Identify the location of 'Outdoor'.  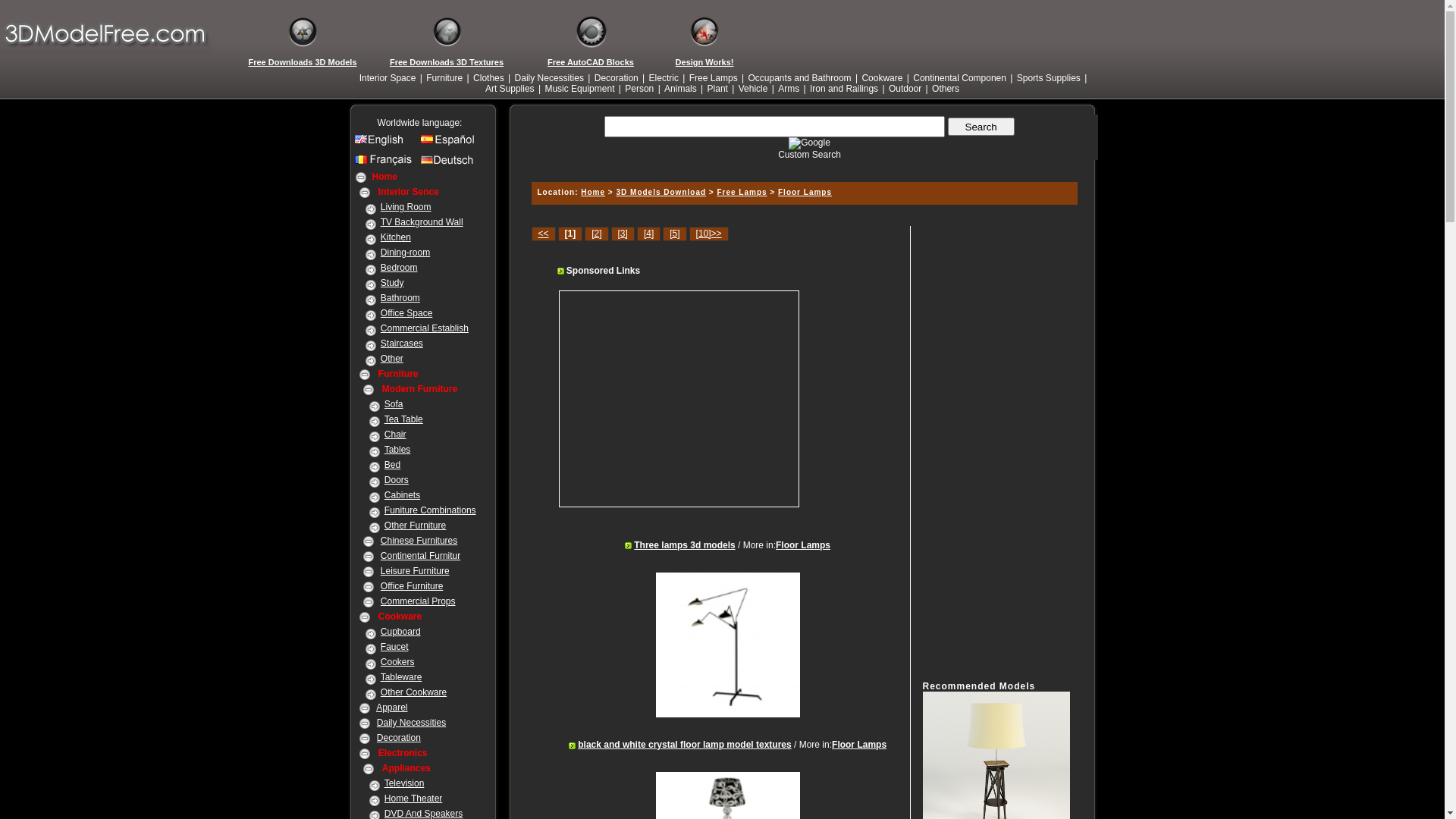
(905, 88).